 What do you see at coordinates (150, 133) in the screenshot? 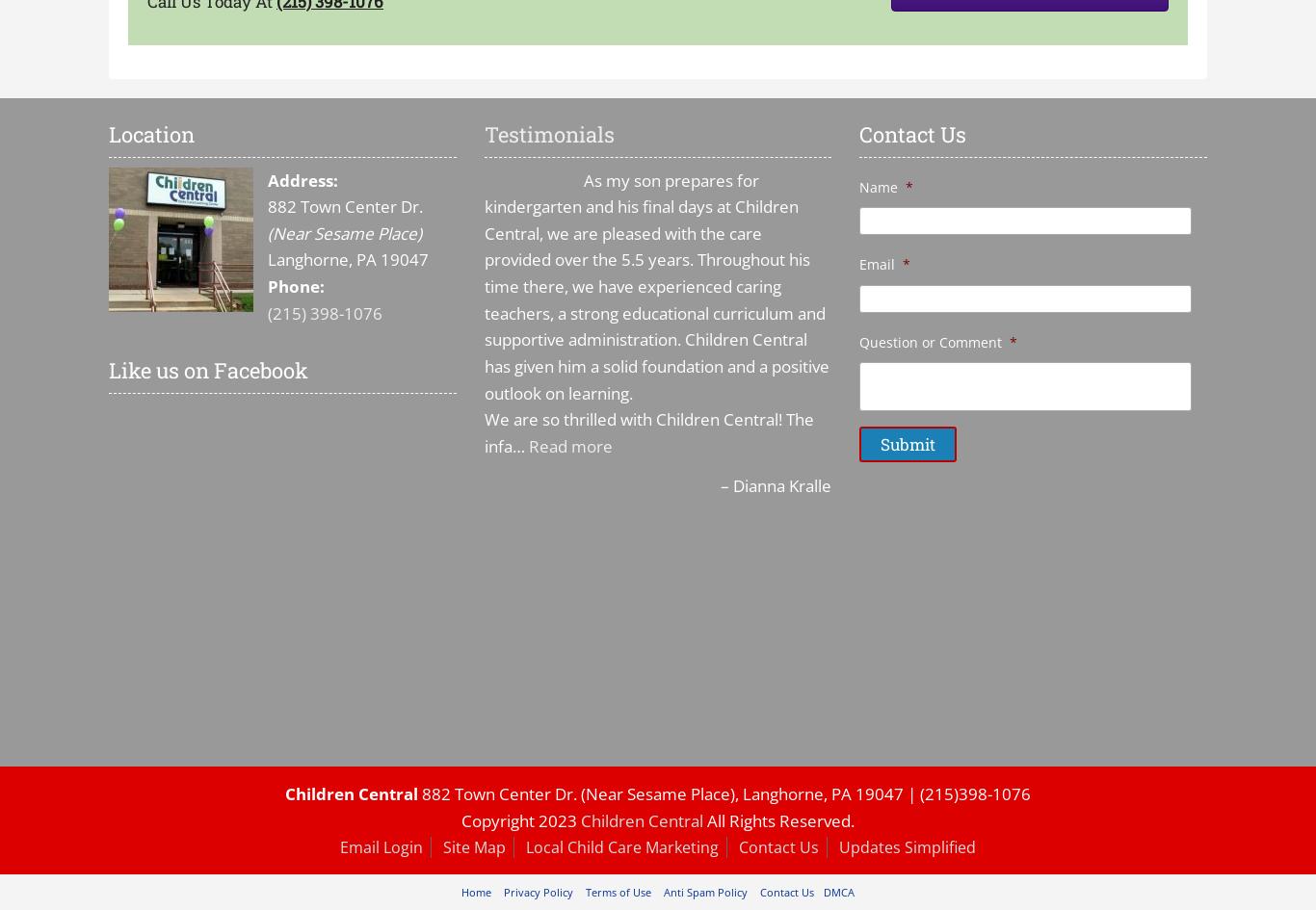
I see `'Location'` at bounding box center [150, 133].